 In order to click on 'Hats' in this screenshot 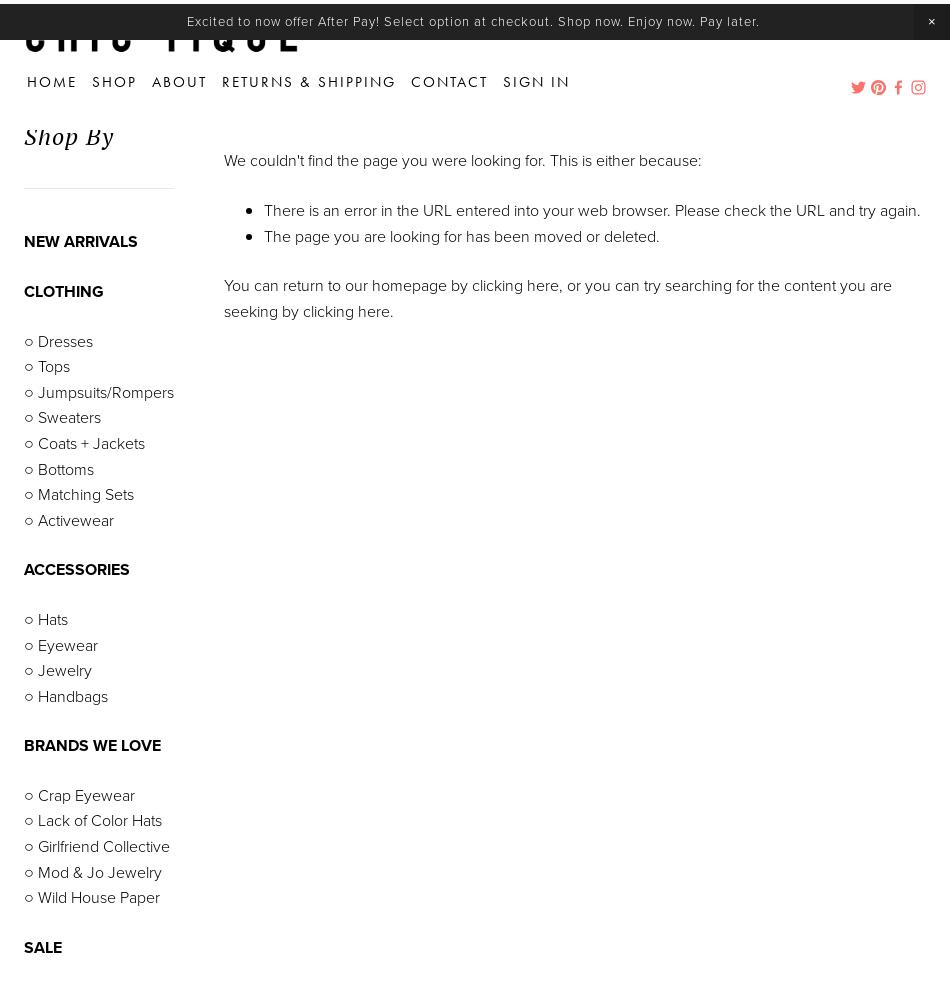, I will do `click(51, 617)`.